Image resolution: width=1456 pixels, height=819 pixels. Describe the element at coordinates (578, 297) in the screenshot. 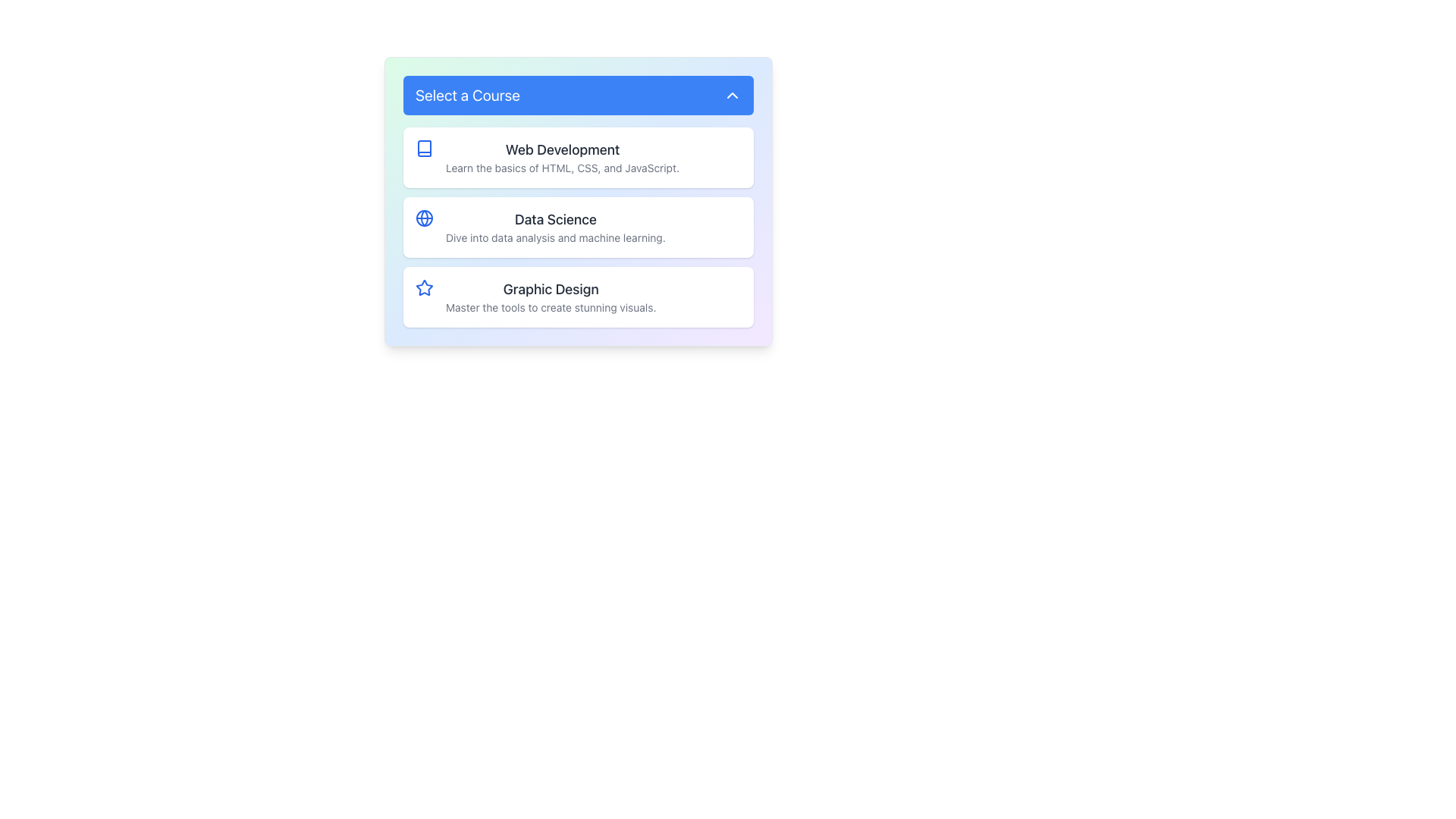

I see `the course card that describes 'Graphic Design', which is the third item in a vertical list of course options` at that location.